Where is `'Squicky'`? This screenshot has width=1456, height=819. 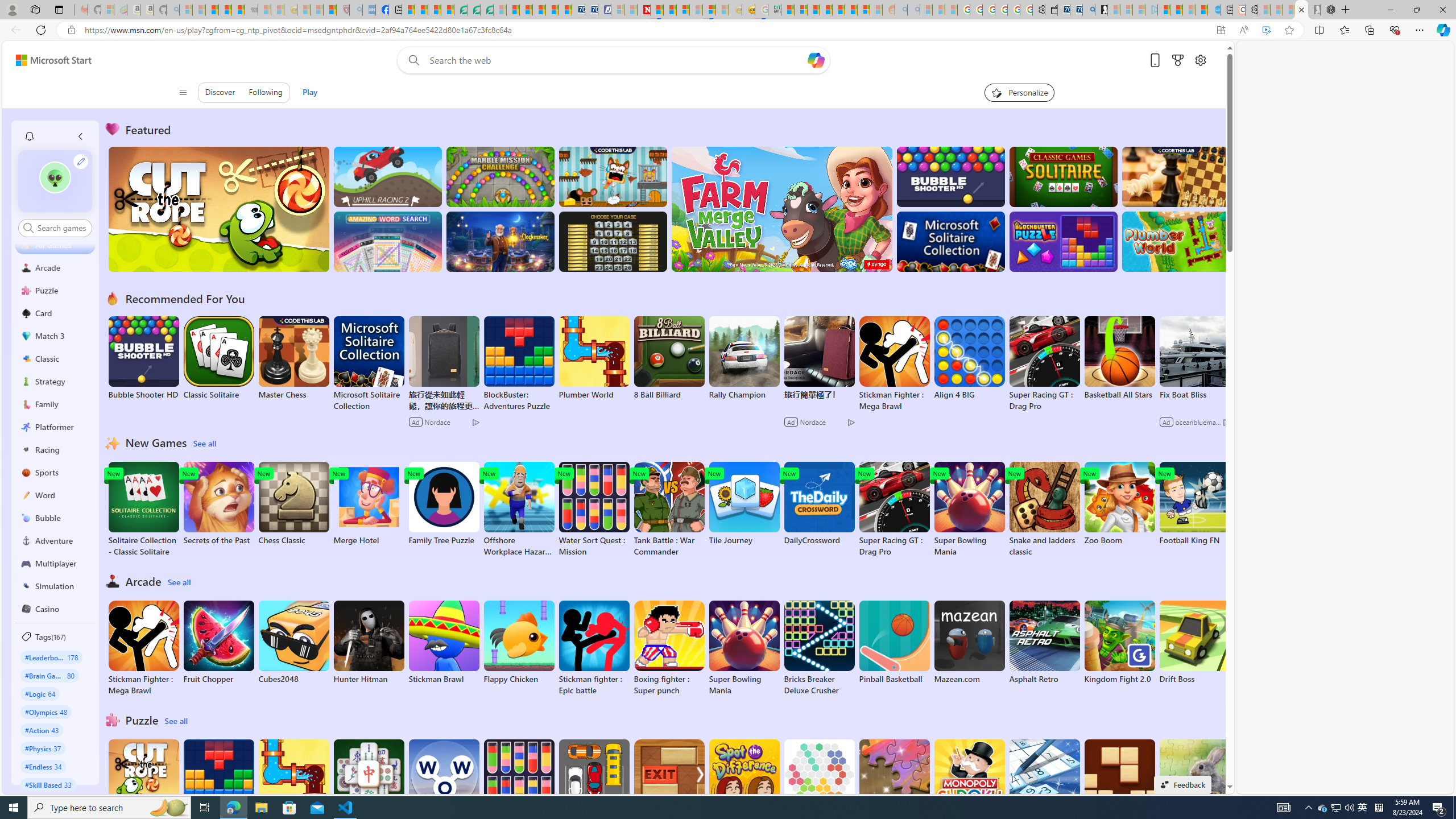 'Squicky' is located at coordinates (612, 176).